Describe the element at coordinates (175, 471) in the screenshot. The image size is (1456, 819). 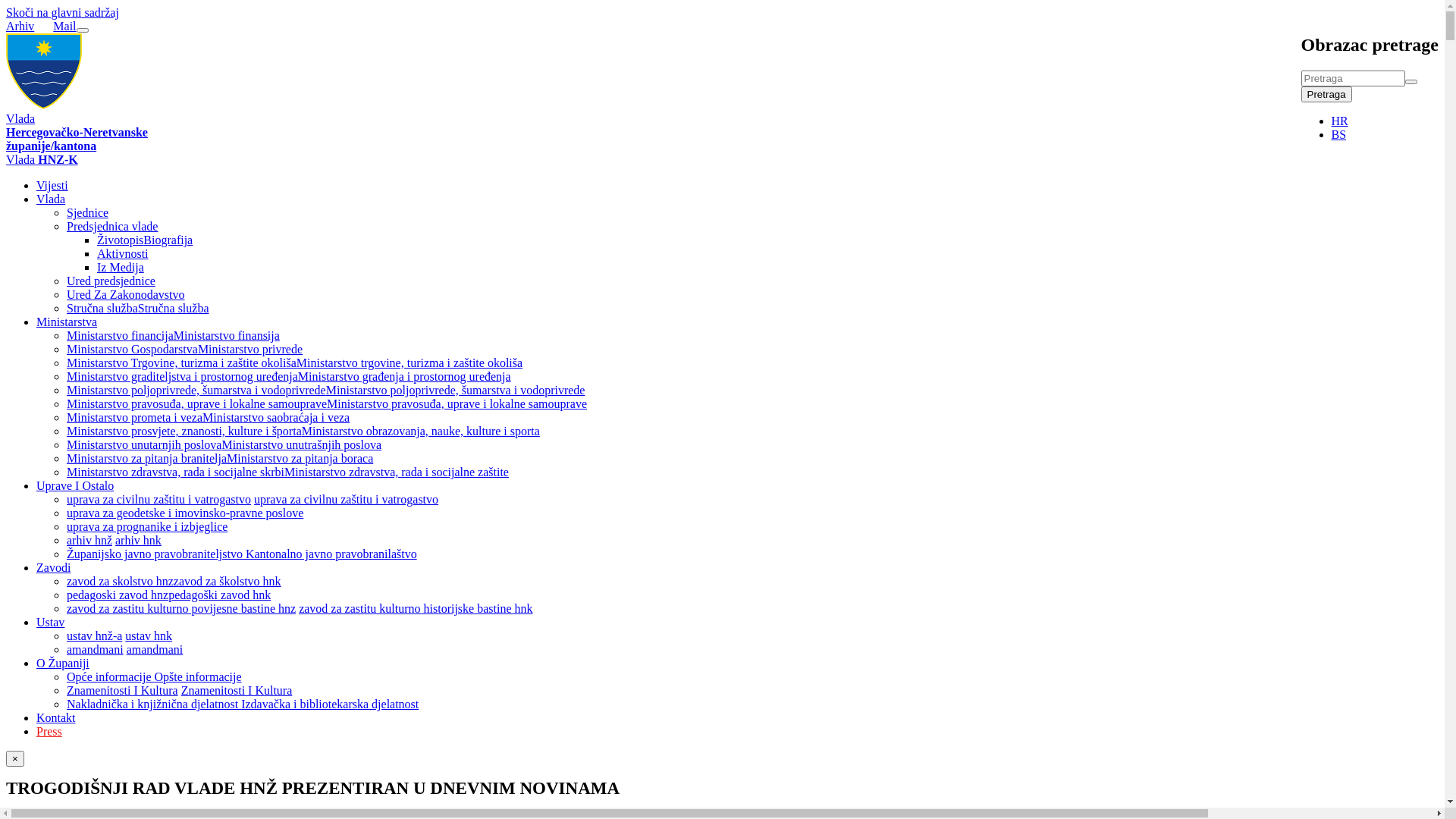
I see `'Ministarstvo zdravstva, rada i socijalne skrbi'` at that location.